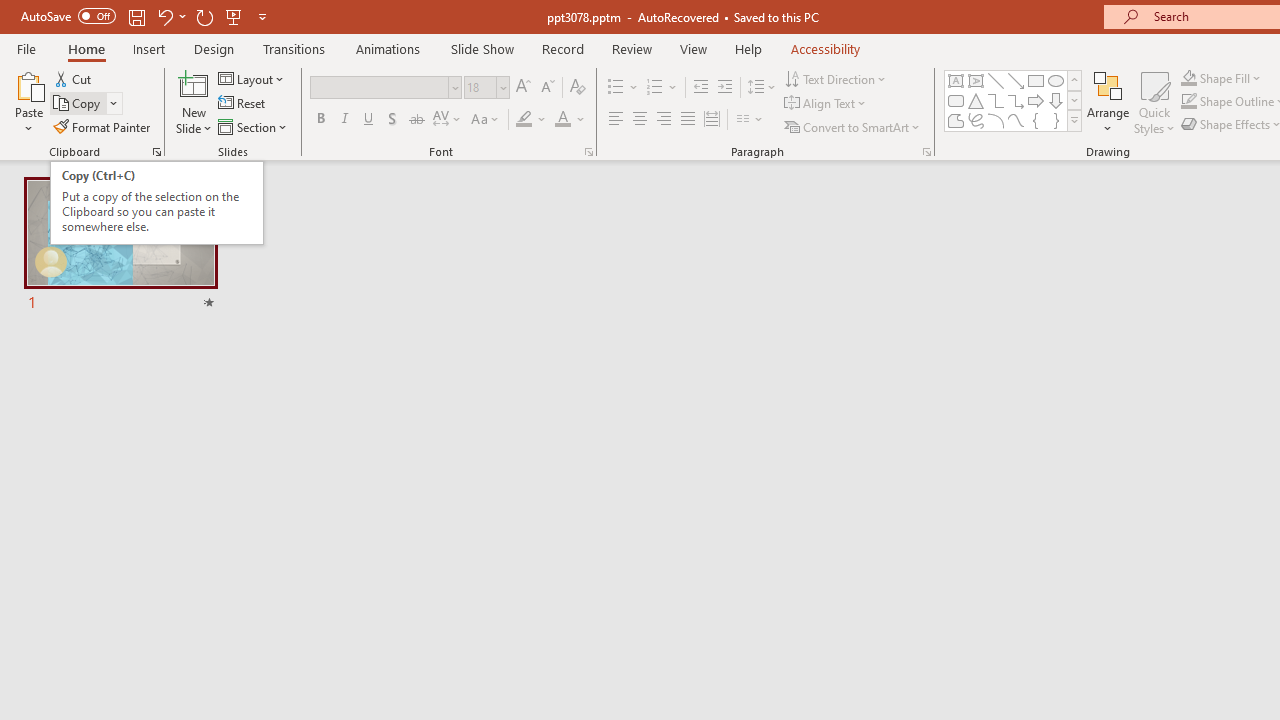 The height and width of the screenshot is (720, 1280). What do you see at coordinates (28, 84) in the screenshot?
I see `'Paste'` at bounding box center [28, 84].